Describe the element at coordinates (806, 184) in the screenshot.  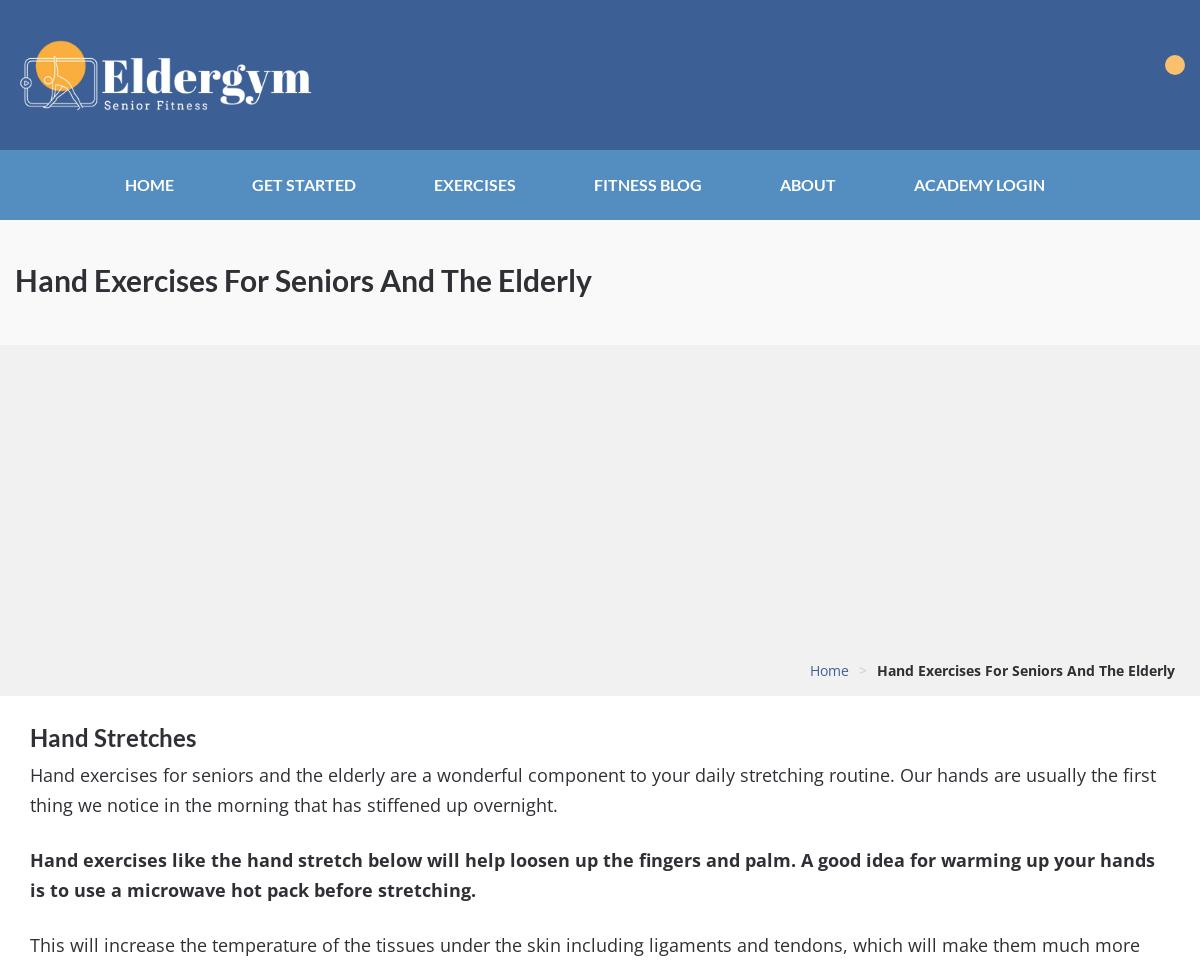
I see `'About'` at that location.